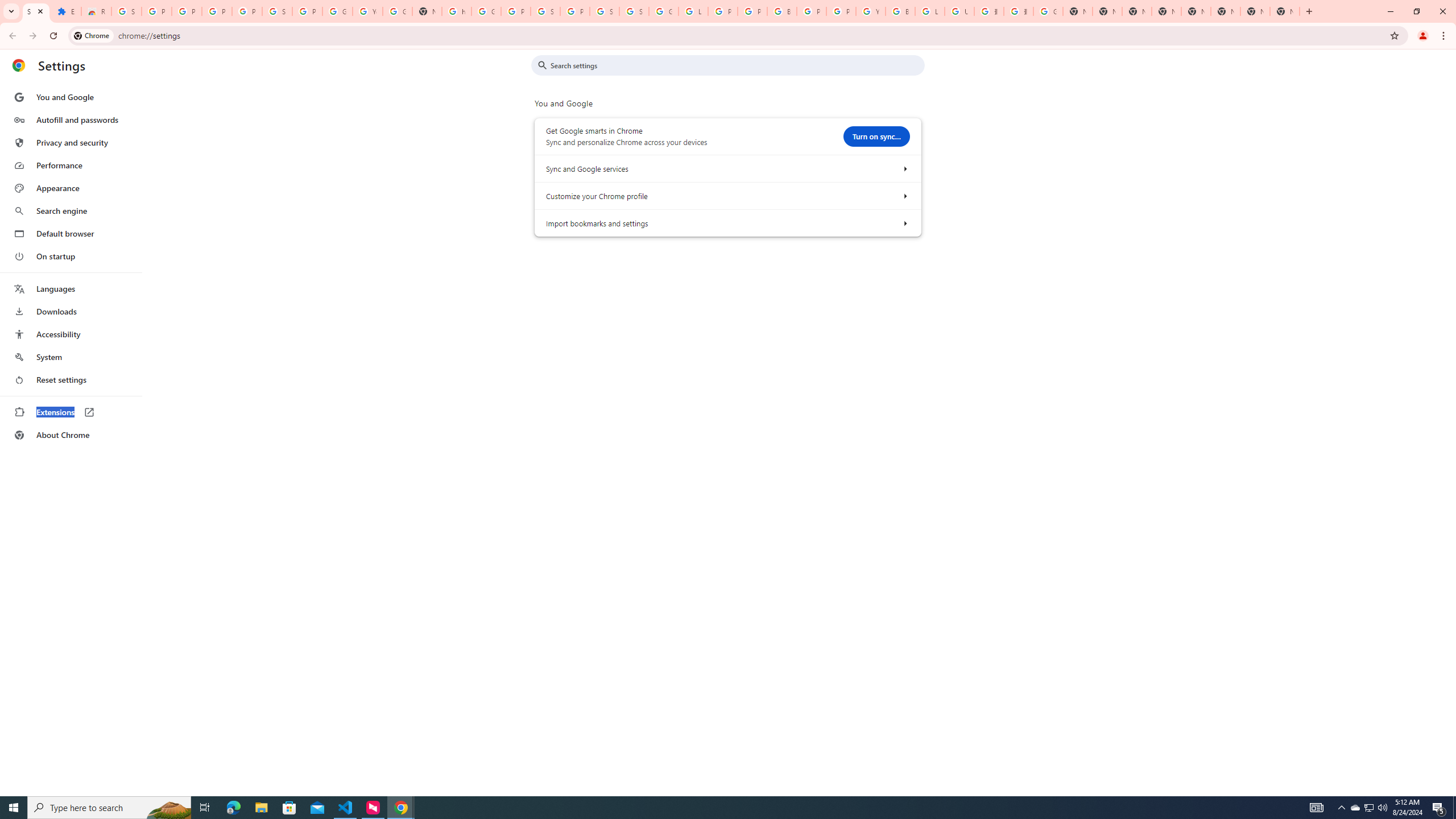 The width and height of the screenshot is (1456, 819). Describe the element at coordinates (70, 119) in the screenshot. I see `'Autofill and passwords'` at that location.